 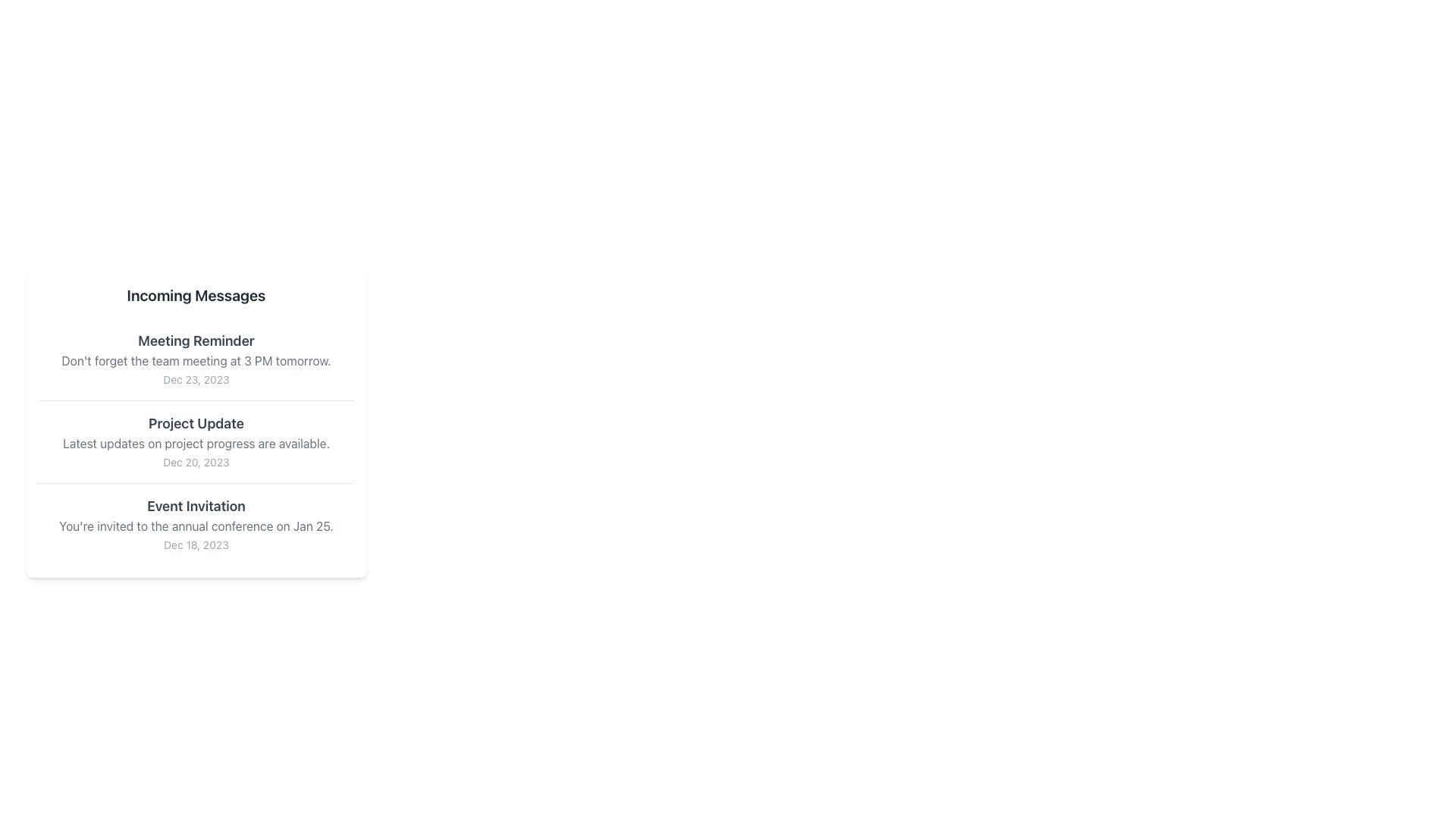 I want to click on date displayed in the text label indicating the date associated with the 'Project Update' notification, which is located below the header 'Project Update', so click(x=196, y=461).